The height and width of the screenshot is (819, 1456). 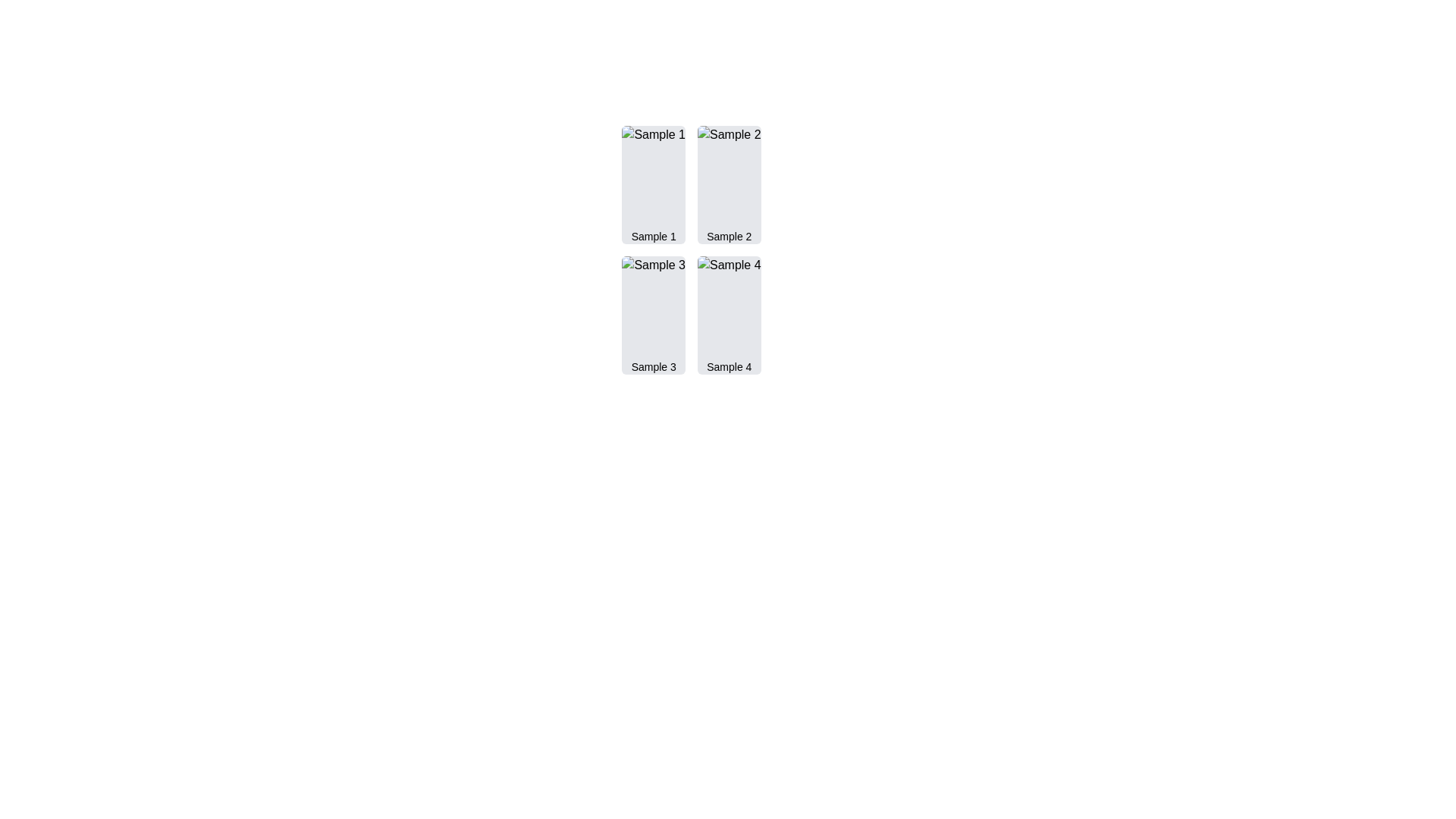 What do you see at coordinates (654, 315) in the screenshot?
I see `the Content card or item placeholder labeled 'Sample 3', which is a vertically rectangular component with a light gray background and slightly rounded corners, located in the lower-left quadrant of the grid layout` at bounding box center [654, 315].